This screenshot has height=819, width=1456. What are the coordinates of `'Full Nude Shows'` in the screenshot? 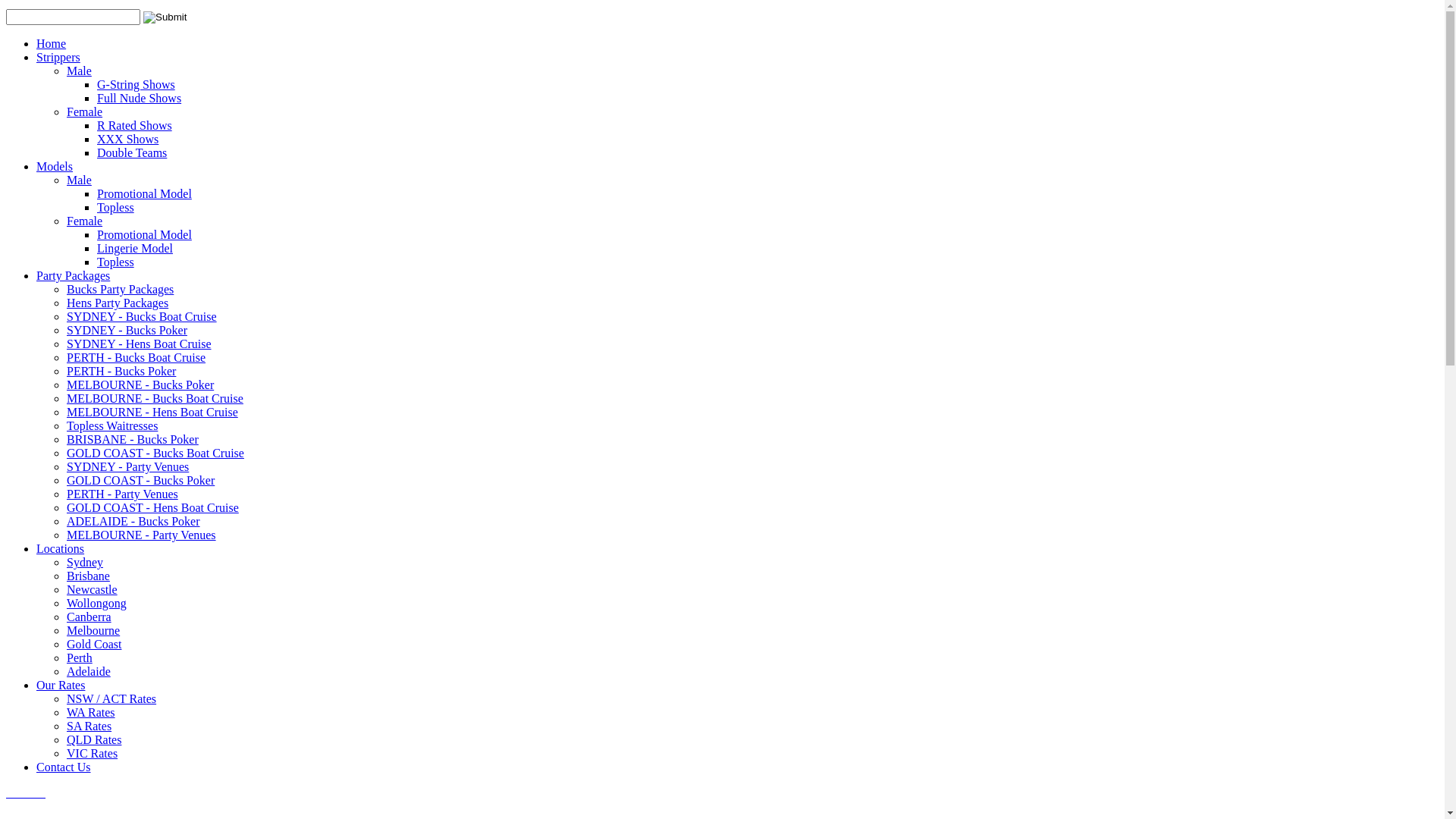 It's located at (96, 98).